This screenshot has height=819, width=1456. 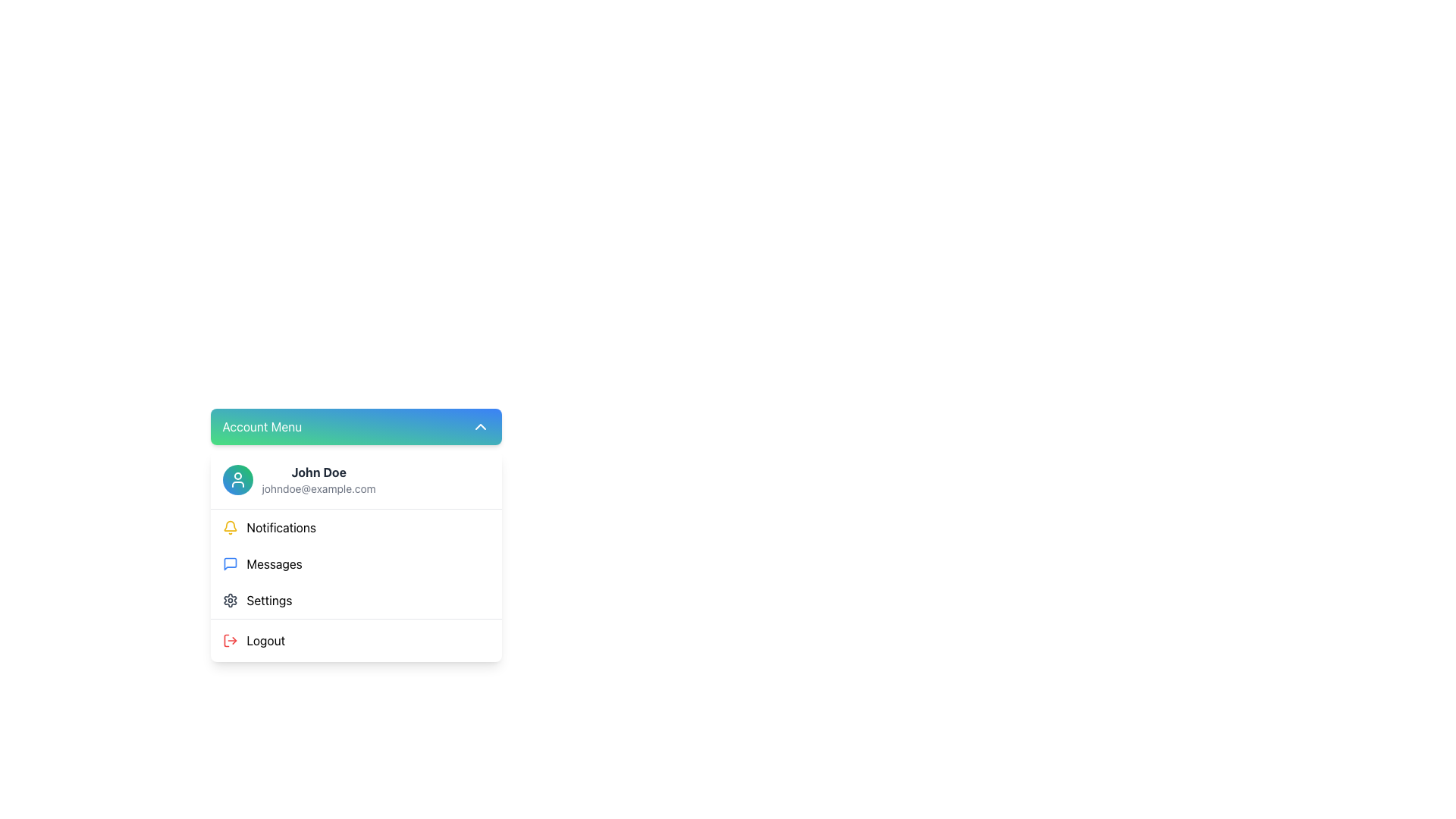 What do you see at coordinates (355, 563) in the screenshot?
I see `the 'Messages' item in the navigation menu located in the middle segment of the dropdown UI component, positioned below the user details section and above the 'Logout' button` at bounding box center [355, 563].